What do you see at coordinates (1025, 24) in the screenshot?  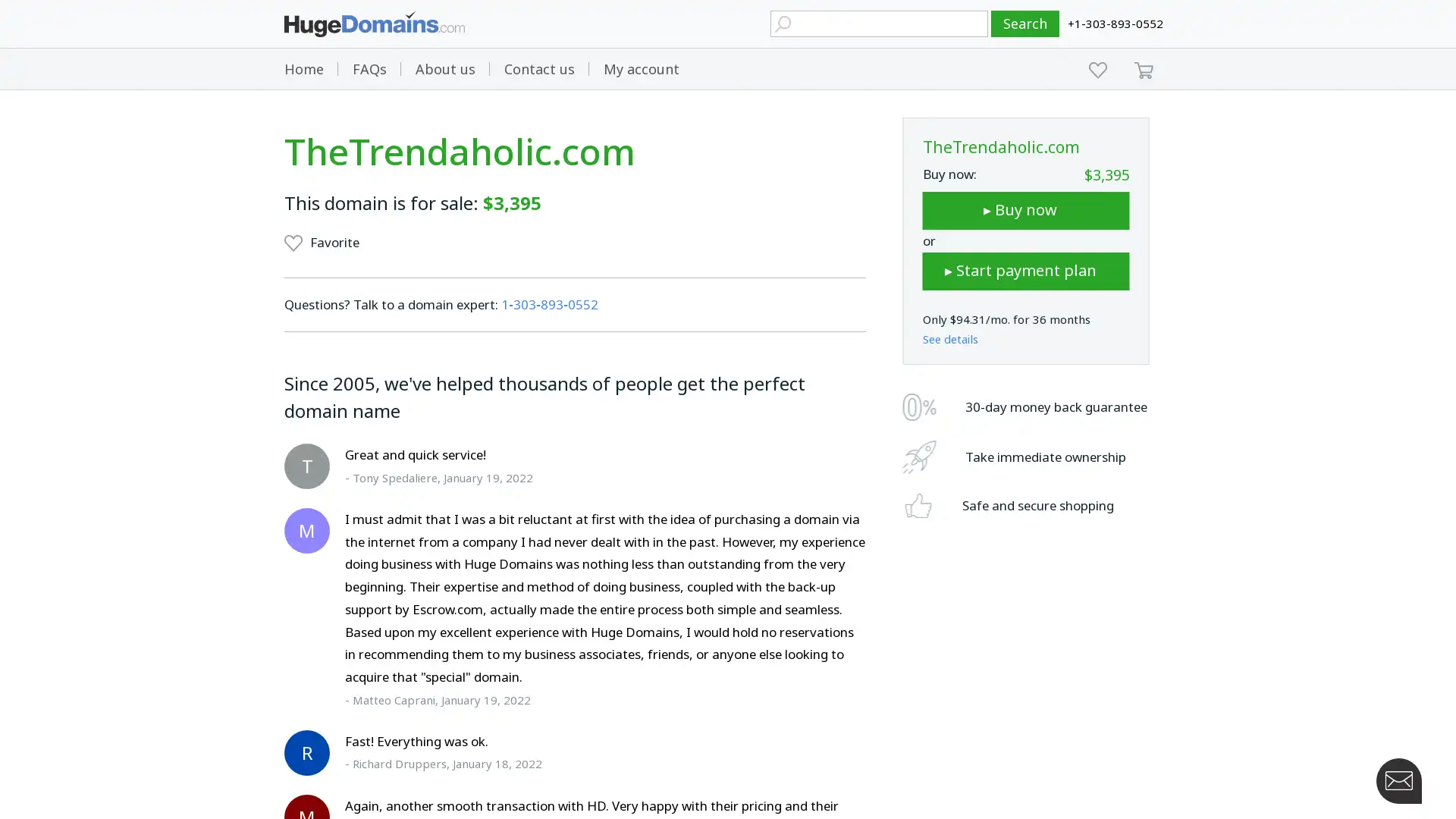 I see `Search` at bounding box center [1025, 24].